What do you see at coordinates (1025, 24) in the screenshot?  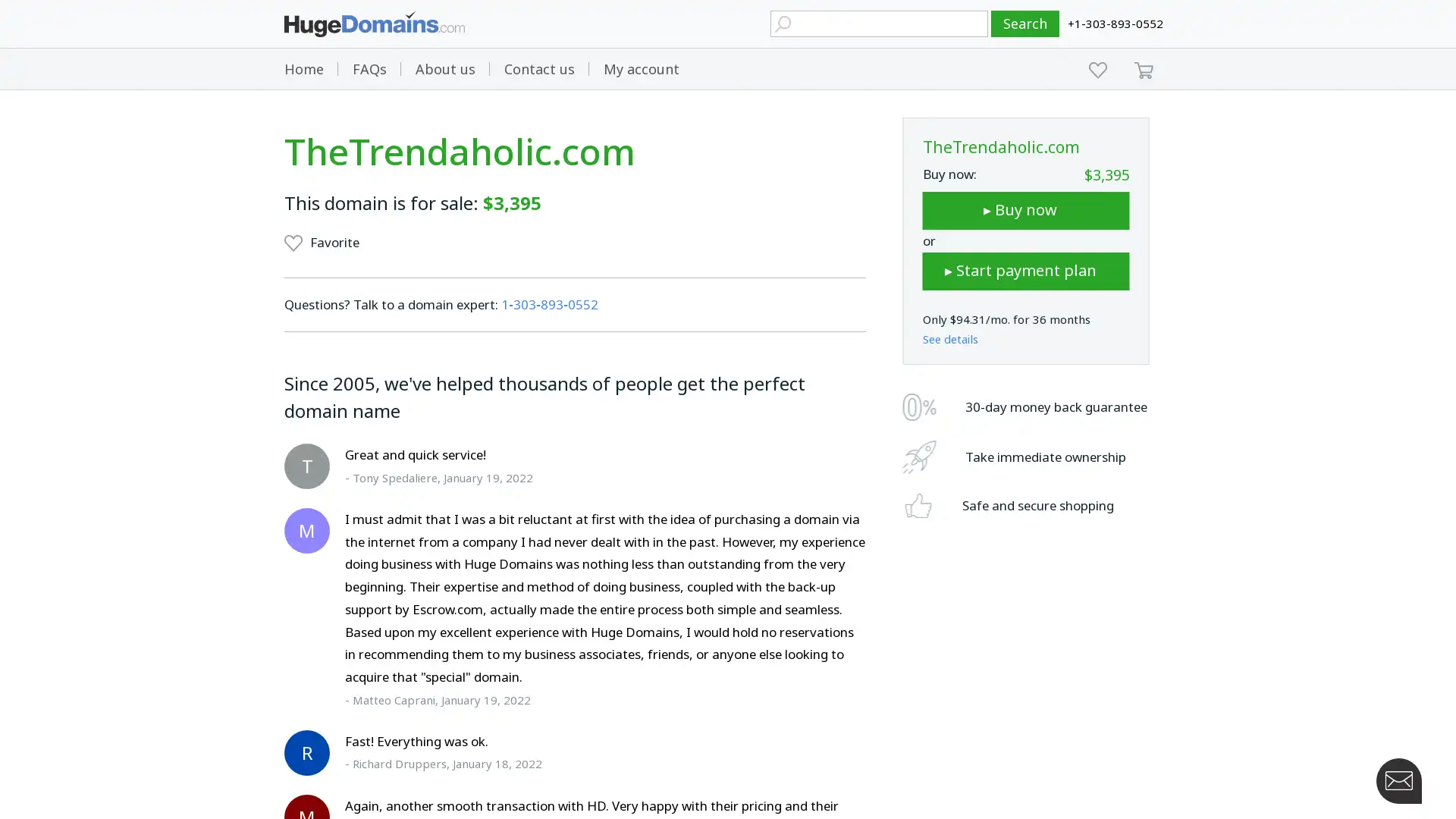 I see `Search` at bounding box center [1025, 24].